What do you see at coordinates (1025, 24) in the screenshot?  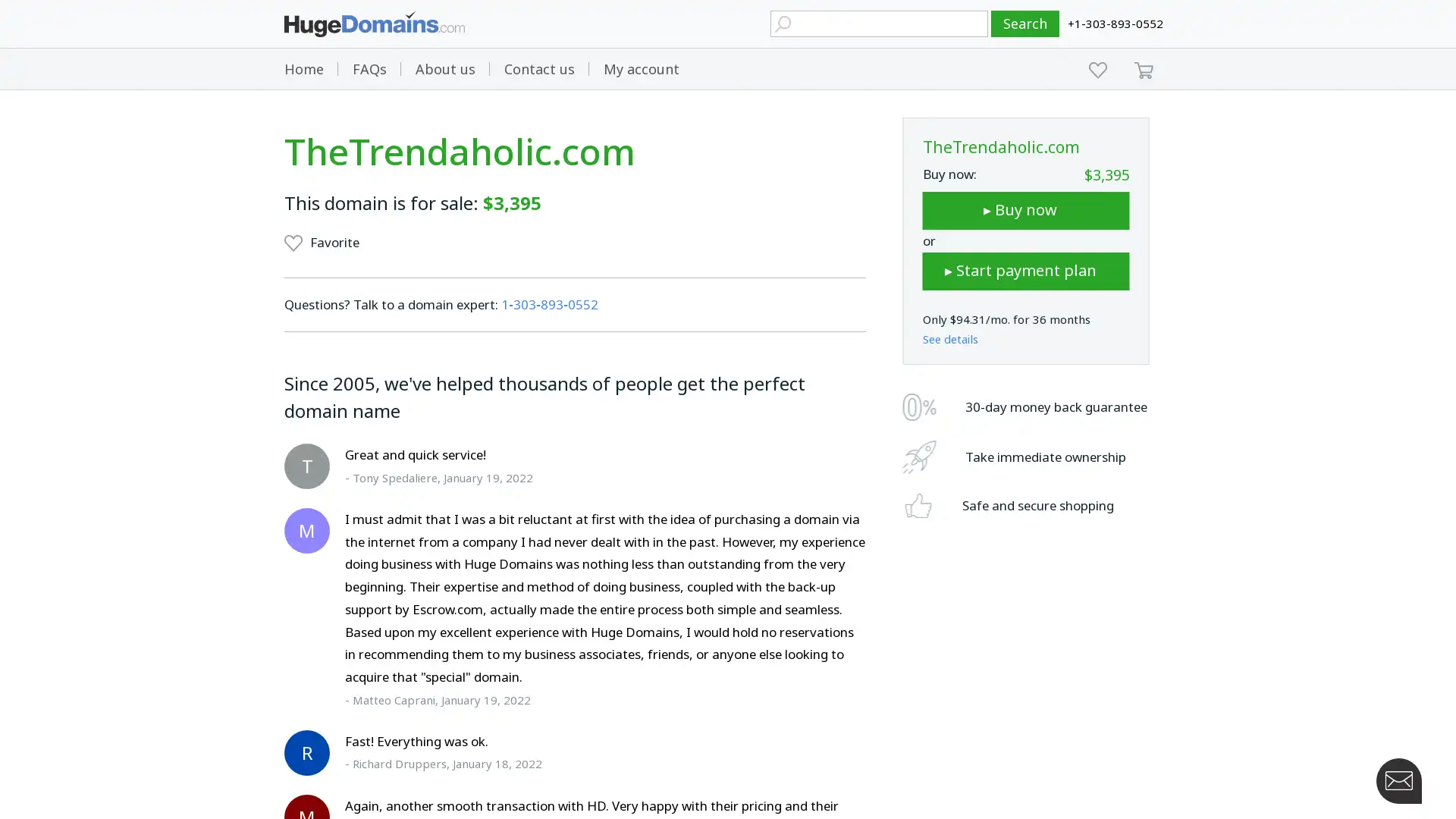 I see `Search` at bounding box center [1025, 24].